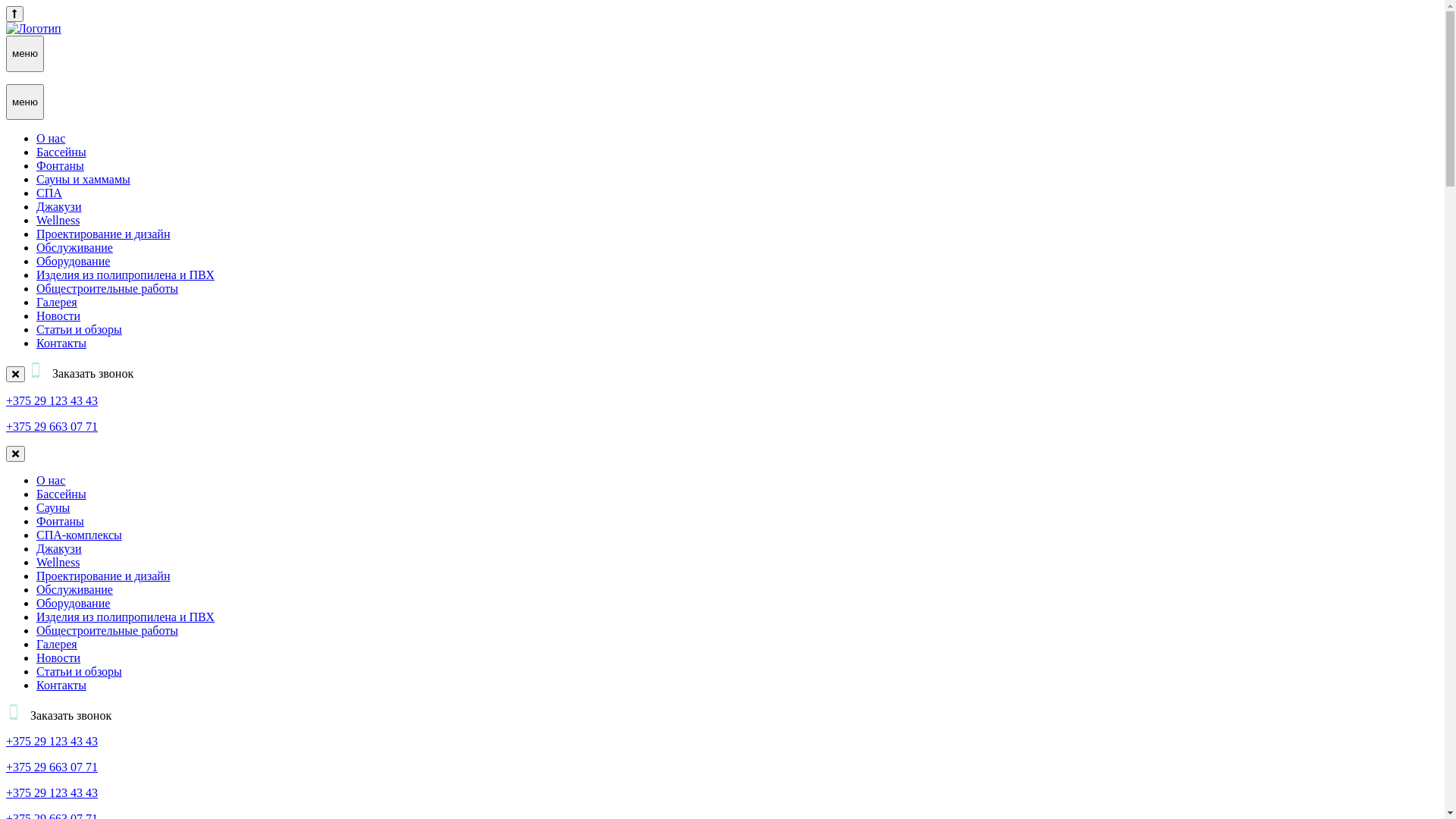 The height and width of the screenshot is (819, 1456). I want to click on '+375 29 123 43 43', so click(52, 400).